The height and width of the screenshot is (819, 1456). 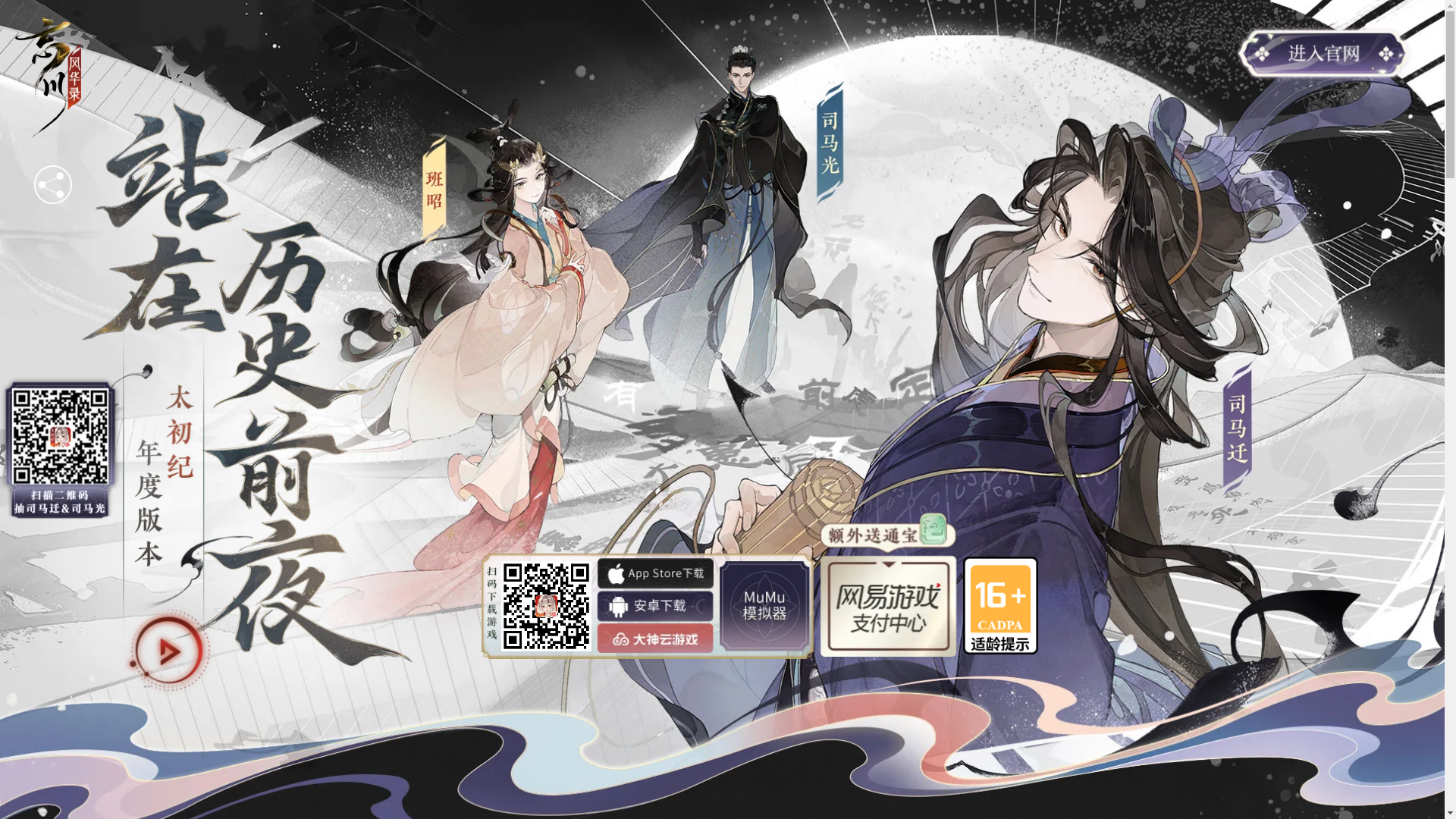 What do you see at coordinates (1000, 604) in the screenshot?
I see `'16+'` at bounding box center [1000, 604].